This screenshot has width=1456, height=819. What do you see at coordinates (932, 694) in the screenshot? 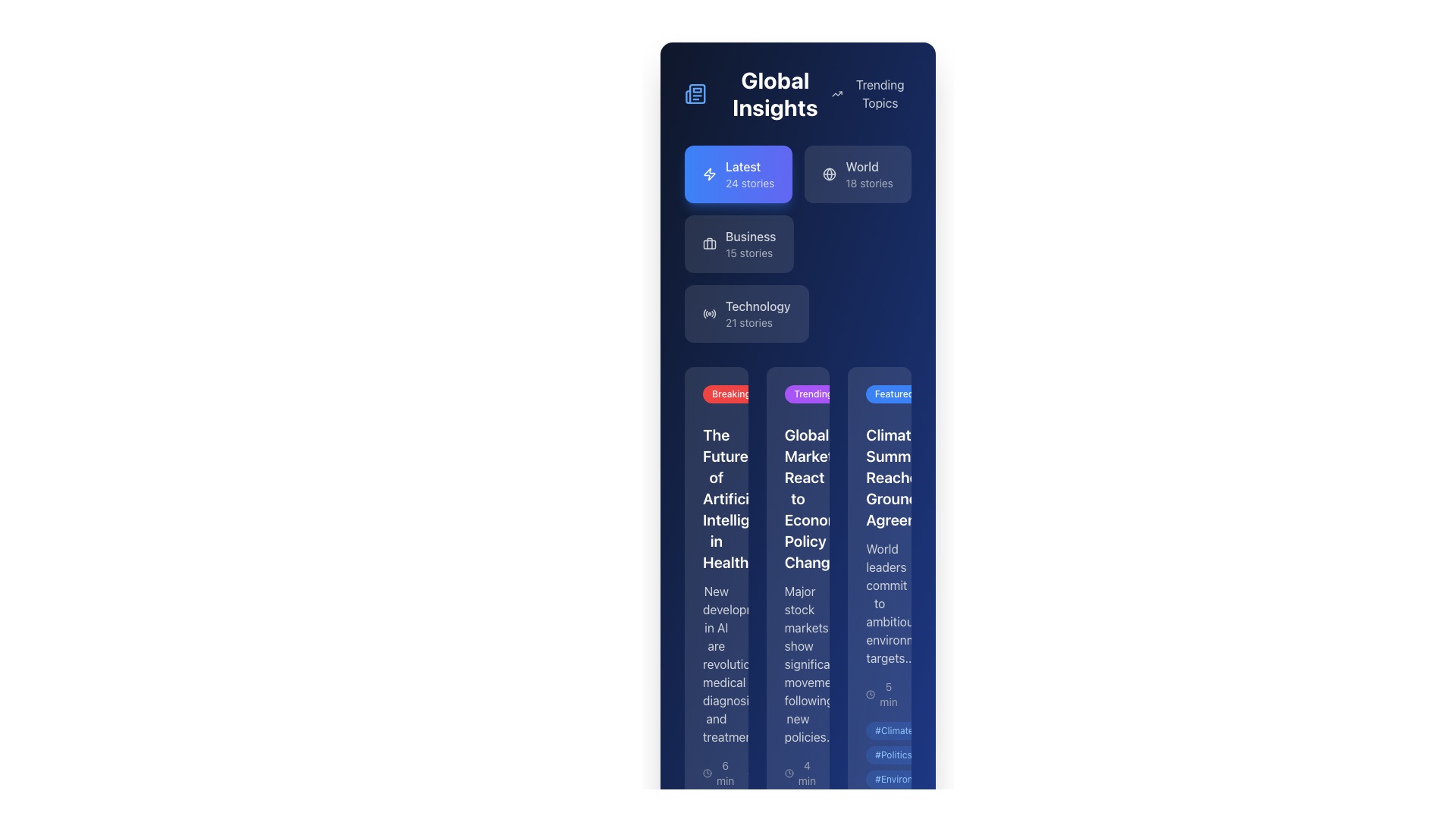
I see `displayed text for time estimation from the text element located at the bottom of the third card in the horizontally scrolling list of news articles, aligned to the left within its footer` at bounding box center [932, 694].